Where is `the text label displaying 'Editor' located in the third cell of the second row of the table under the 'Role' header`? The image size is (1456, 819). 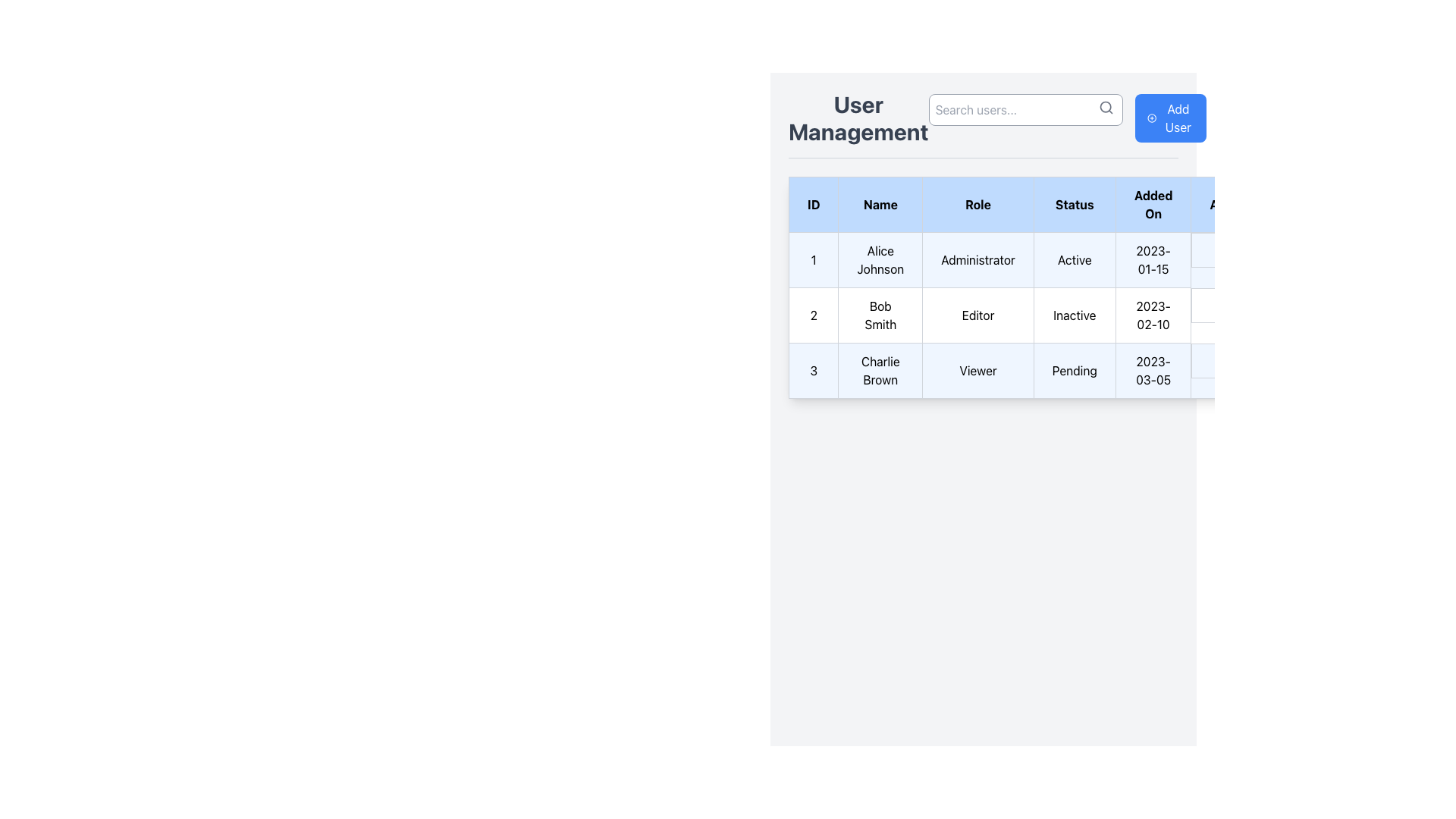
the text label displaying 'Editor' located in the third cell of the second row of the table under the 'Role' header is located at coordinates (978, 315).